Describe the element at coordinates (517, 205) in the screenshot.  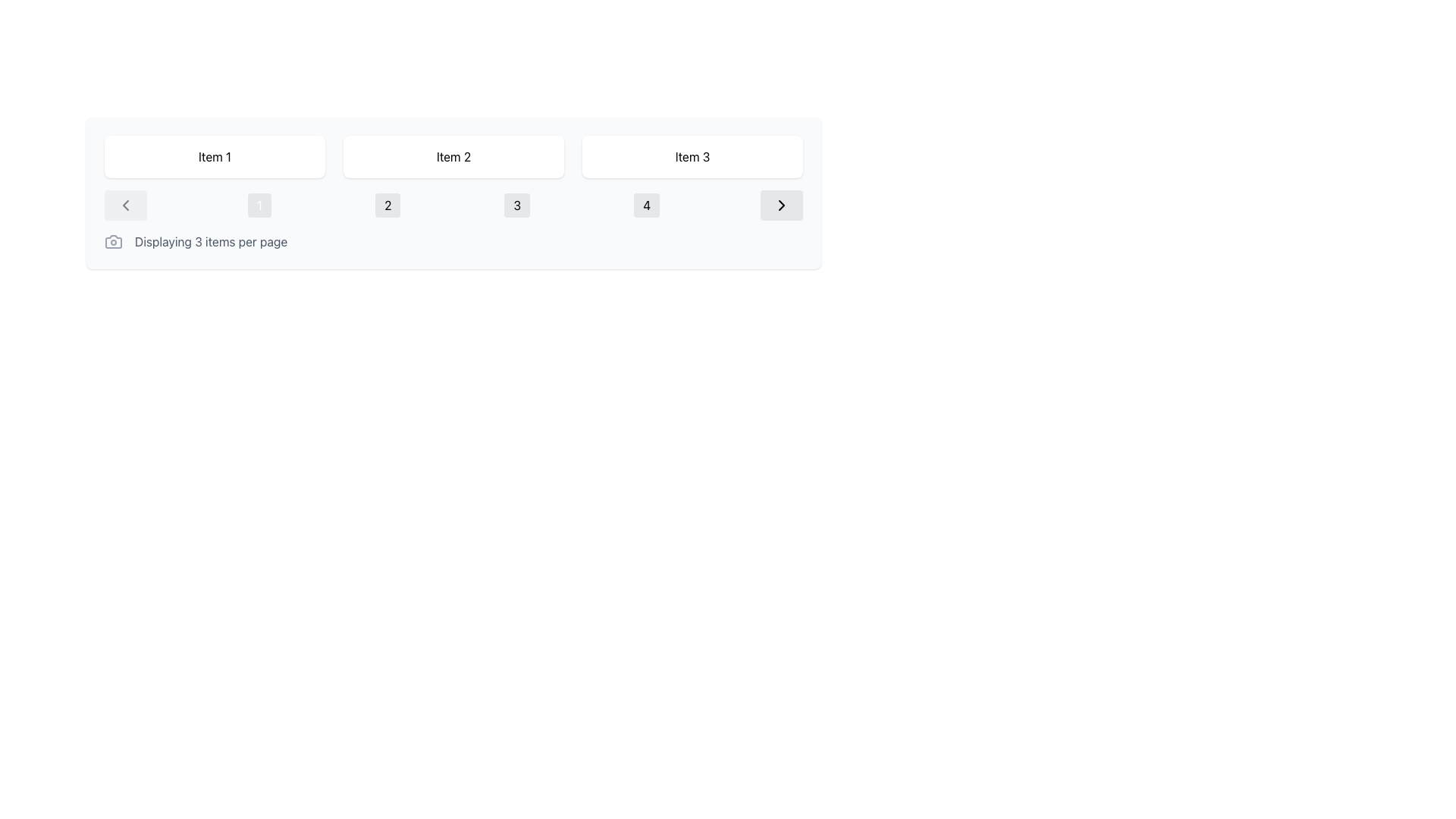
I see `the third pagination button` at that location.